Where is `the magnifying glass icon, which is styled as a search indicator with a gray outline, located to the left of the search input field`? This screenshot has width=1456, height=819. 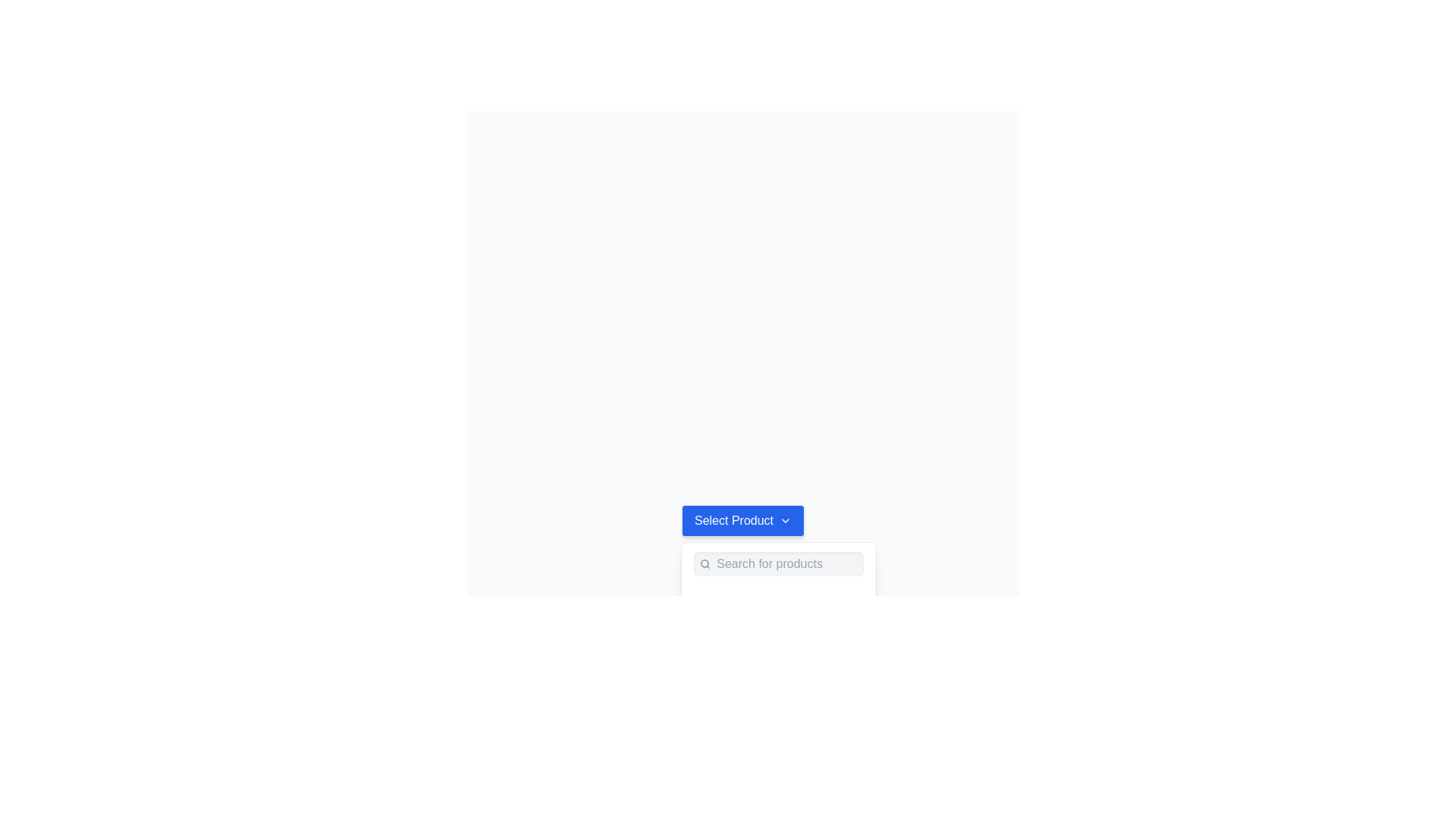 the magnifying glass icon, which is styled as a search indicator with a gray outline, located to the left of the search input field is located at coordinates (704, 564).